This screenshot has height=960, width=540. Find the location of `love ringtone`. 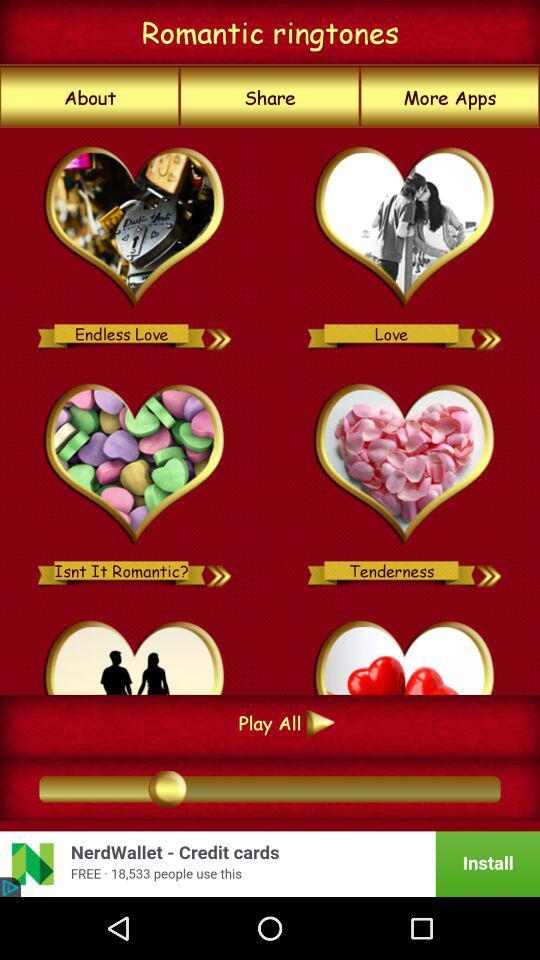

love ringtone is located at coordinates (489, 333).